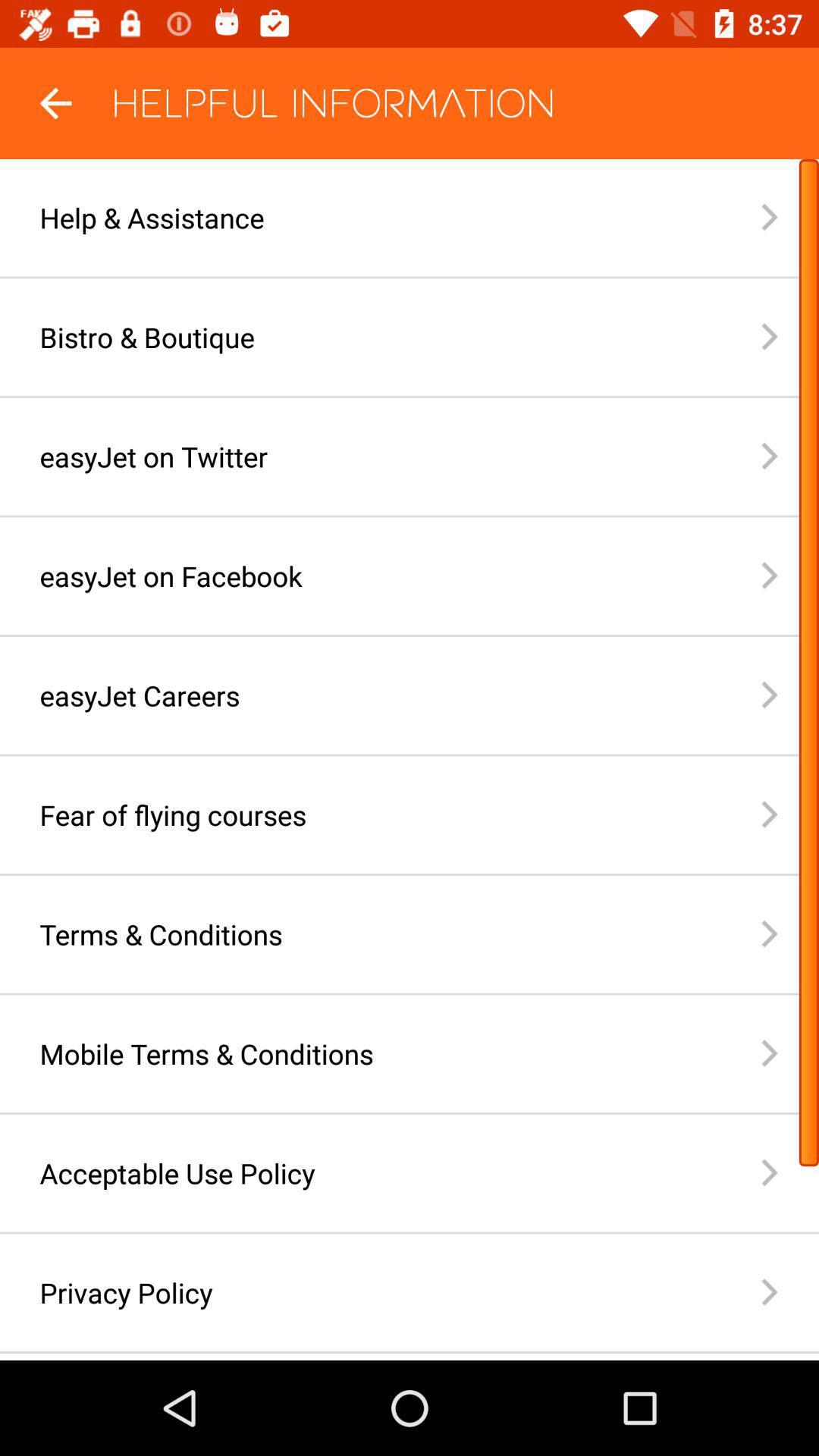 This screenshot has width=819, height=1456. I want to click on the icon which is right to the text acceptable use policy, so click(789, 1172).